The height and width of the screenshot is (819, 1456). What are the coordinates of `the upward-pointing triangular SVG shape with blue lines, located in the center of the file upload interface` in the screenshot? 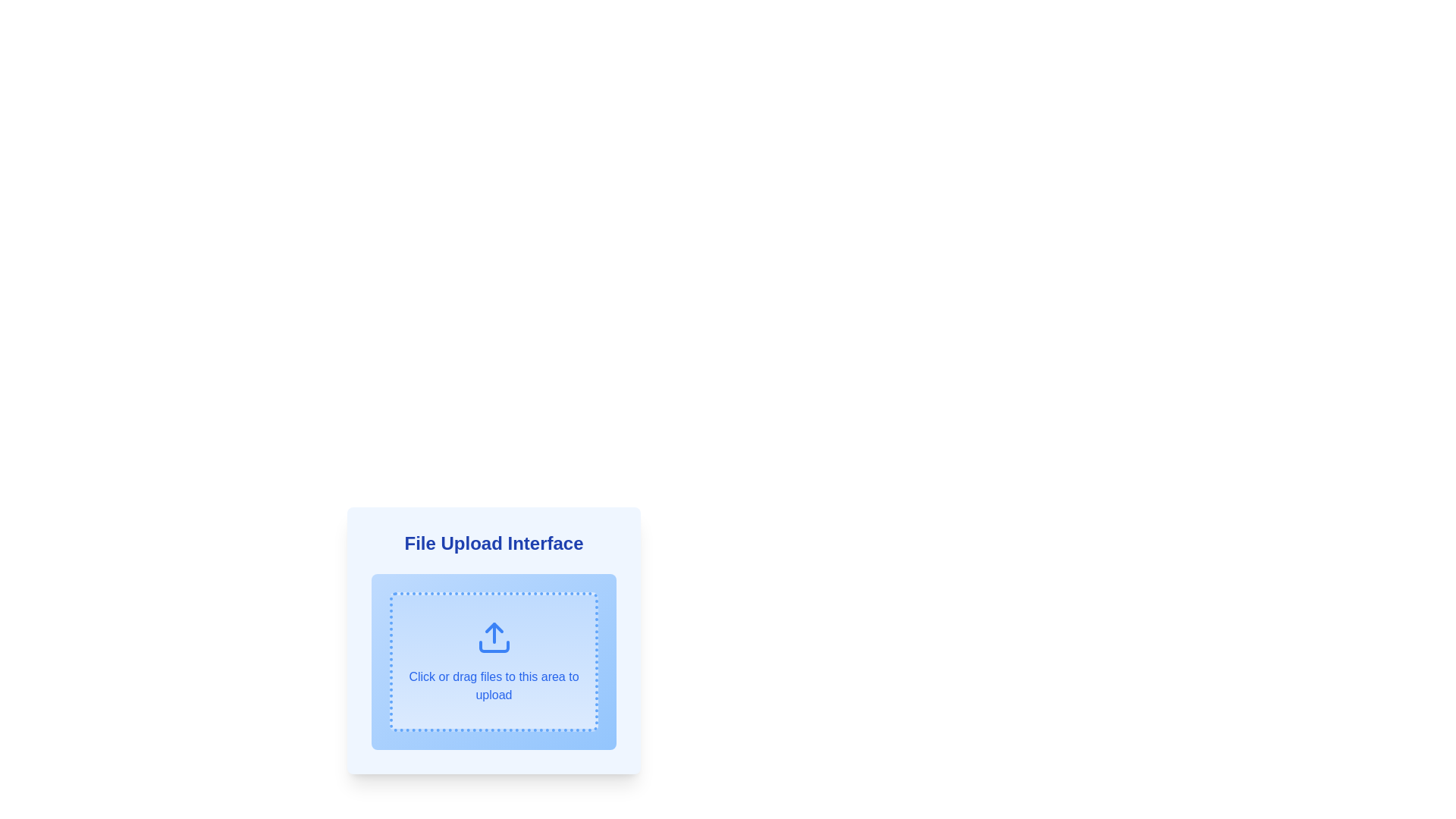 It's located at (494, 628).